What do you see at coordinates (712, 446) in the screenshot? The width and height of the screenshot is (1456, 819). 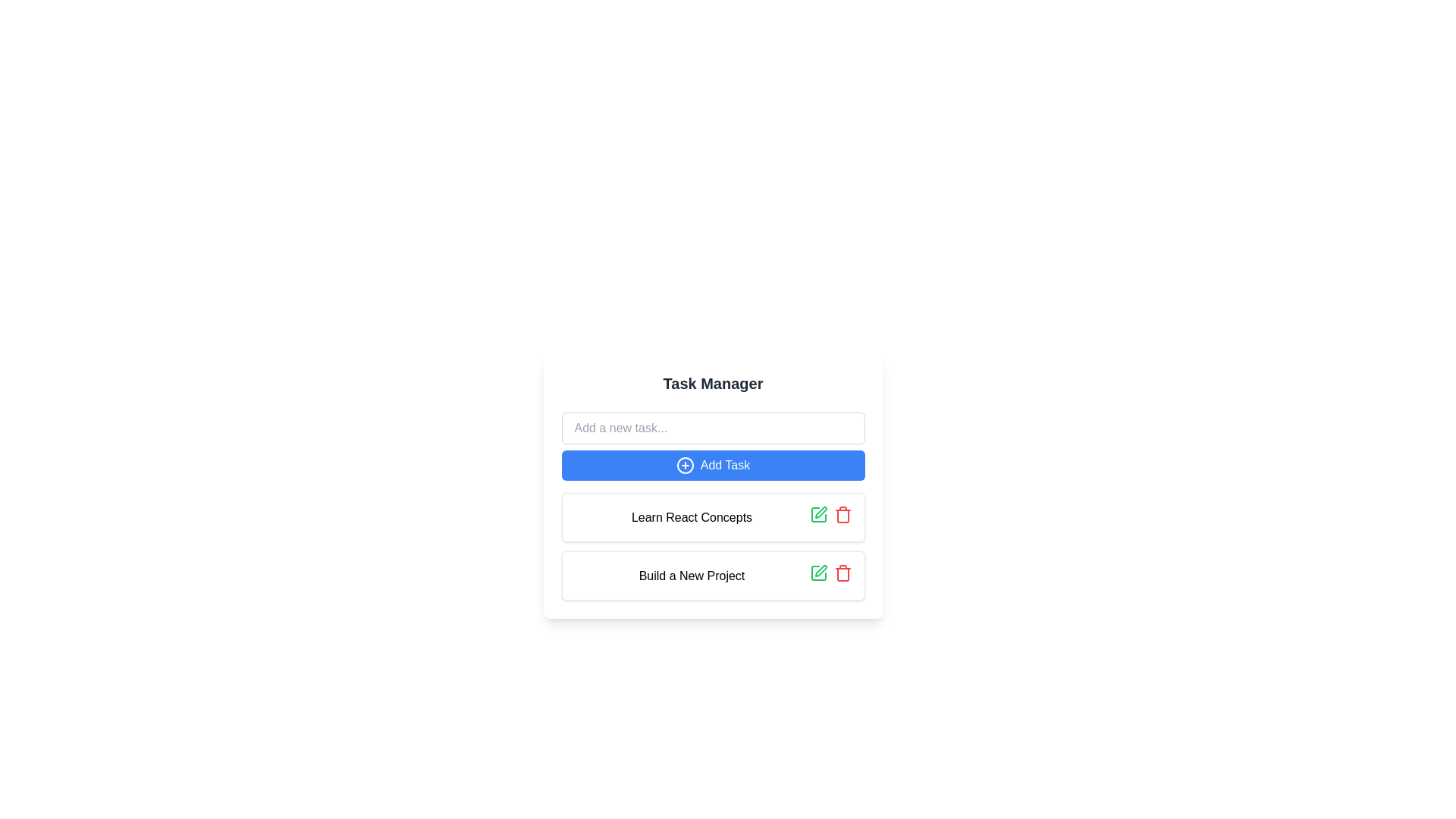 I see `the 'Add Task' button located below the text input field in the 'Task Manager' section` at bounding box center [712, 446].